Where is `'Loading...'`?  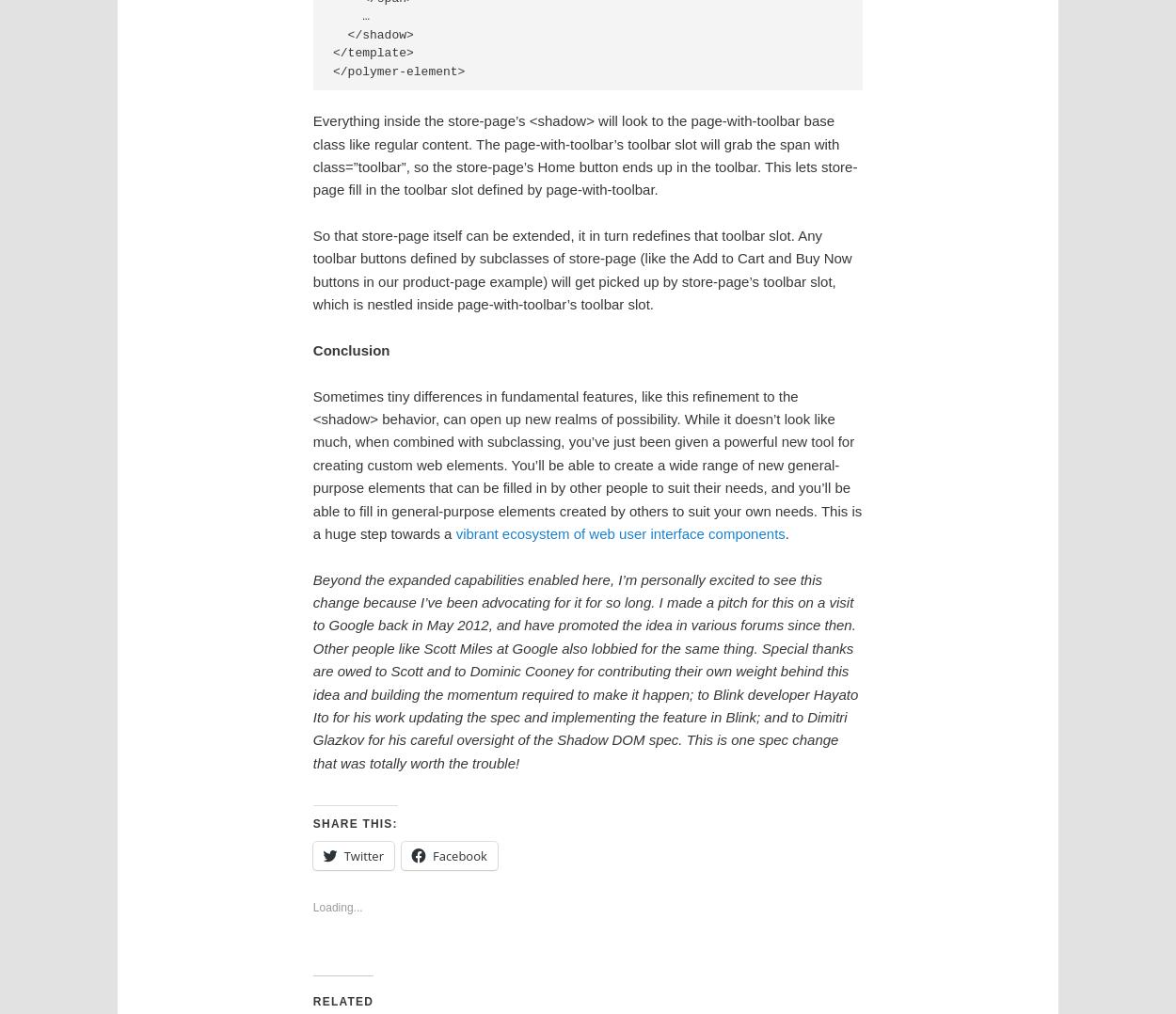 'Loading...' is located at coordinates (336, 908).